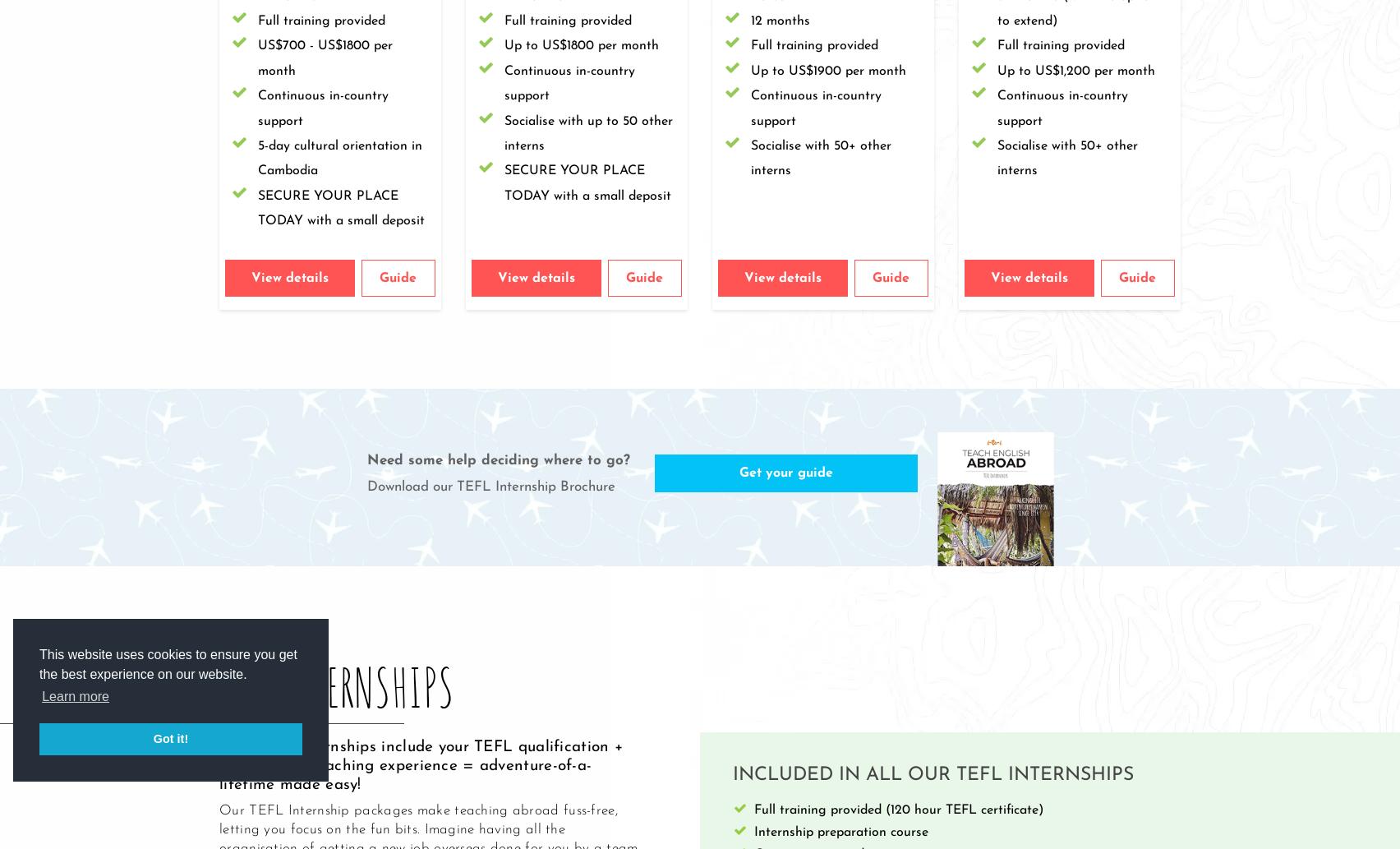  What do you see at coordinates (168, 664) in the screenshot?
I see `'This website uses cookies to ensure you get the best experience on our website.'` at bounding box center [168, 664].